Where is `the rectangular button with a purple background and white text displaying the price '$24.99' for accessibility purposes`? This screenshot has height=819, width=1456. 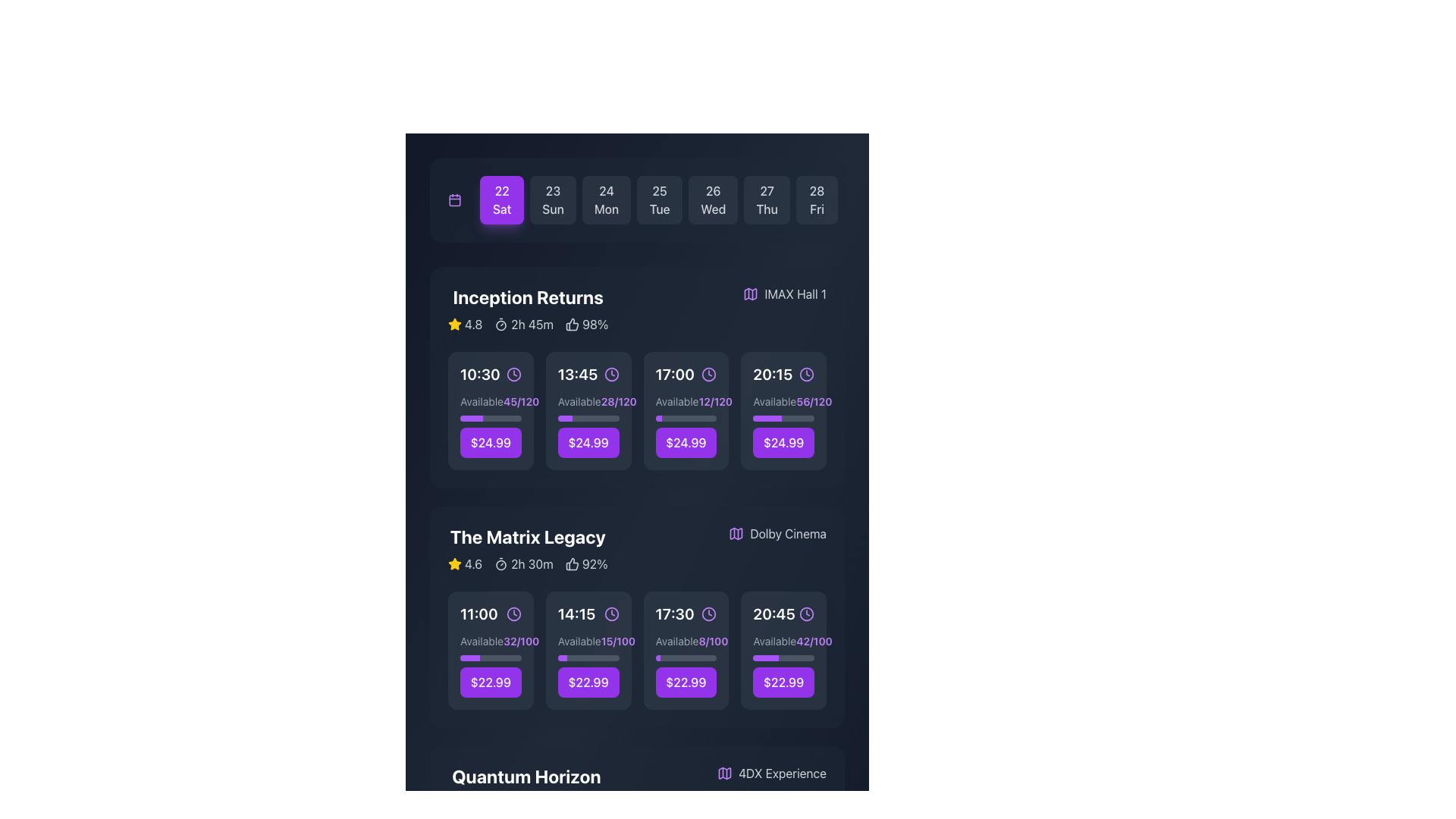
the rectangular button with a purple background and white text displaying the price '$24.99' for accessibility purposes is located at coordinates (491, 442).